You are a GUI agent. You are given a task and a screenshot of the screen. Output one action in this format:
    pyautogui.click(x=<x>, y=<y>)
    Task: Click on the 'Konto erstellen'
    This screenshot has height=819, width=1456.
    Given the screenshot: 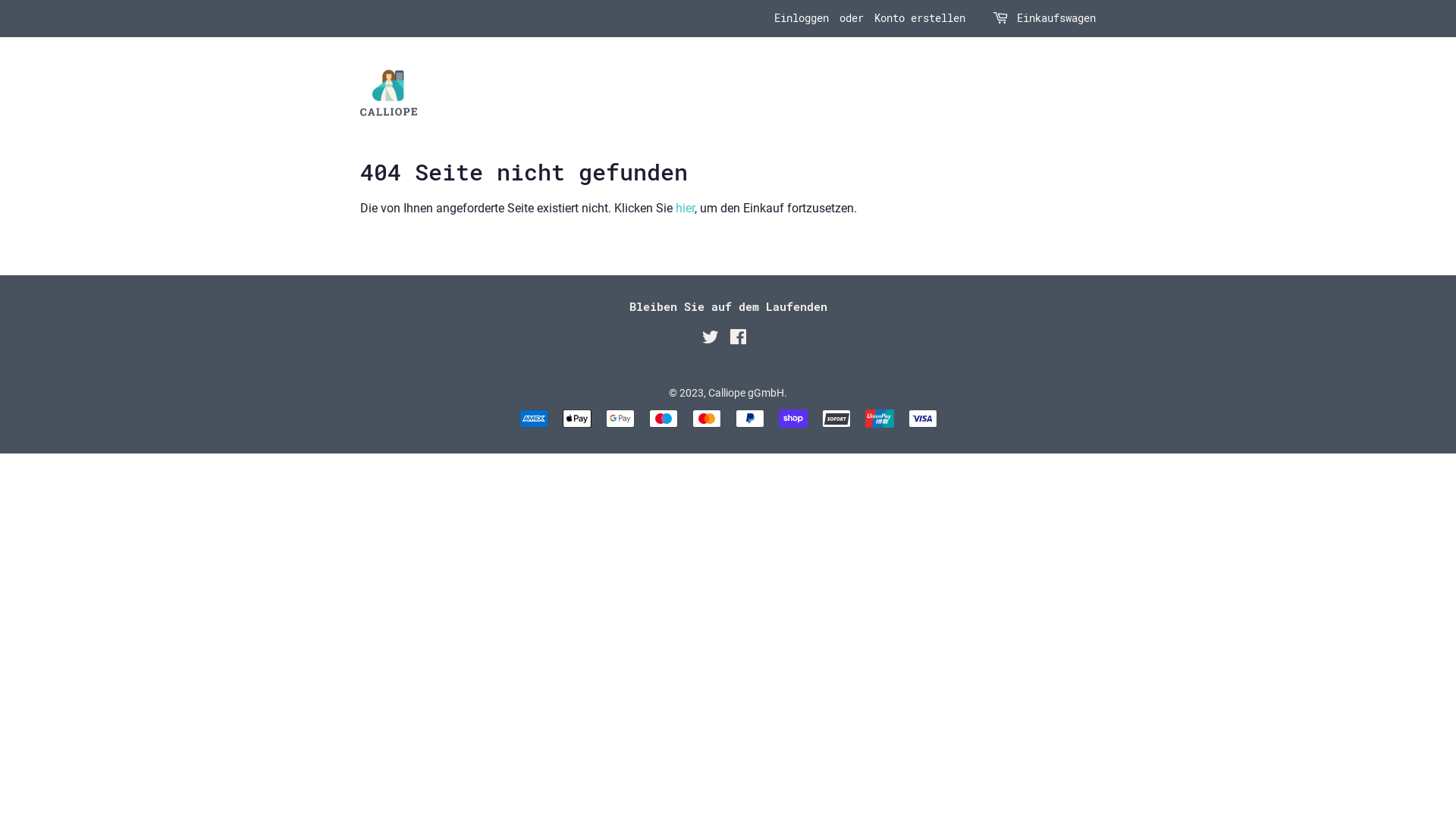 What is the action you would take?
    pyautogui.click(x=919, y=17)
    